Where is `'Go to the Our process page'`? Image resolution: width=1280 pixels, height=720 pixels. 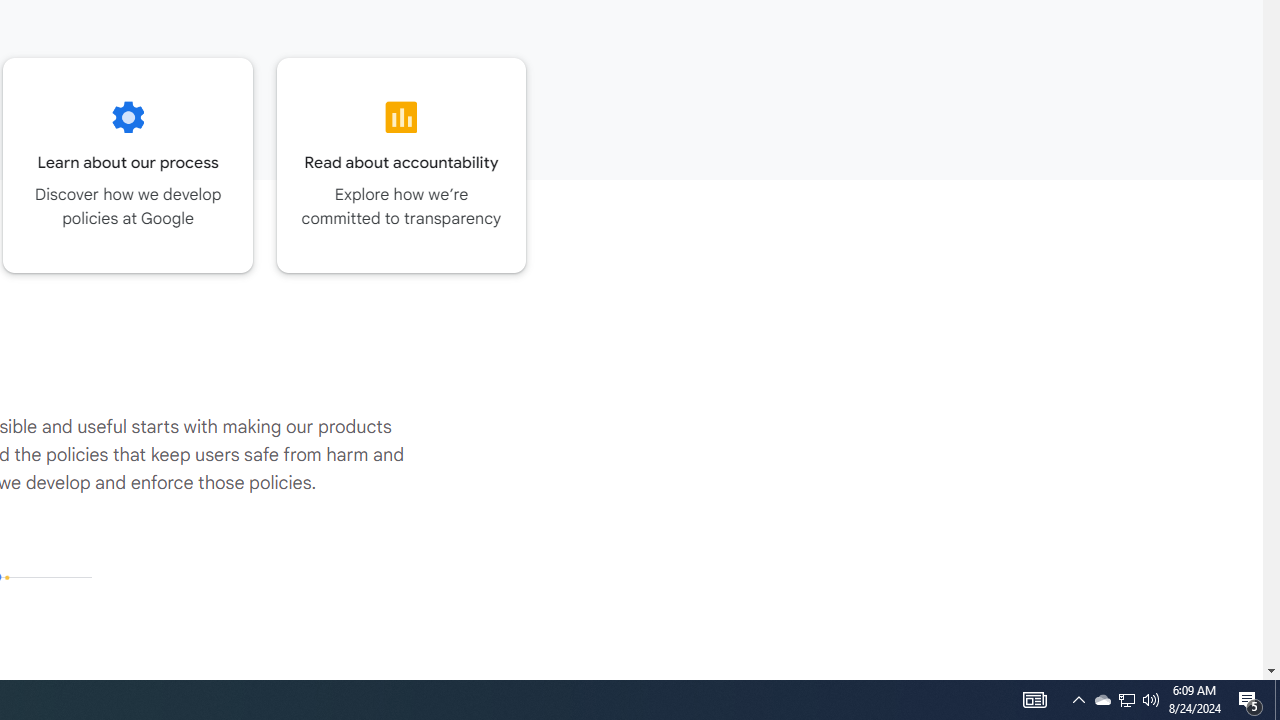
'Go to the Our process page' is located at coordinates (127, 164).